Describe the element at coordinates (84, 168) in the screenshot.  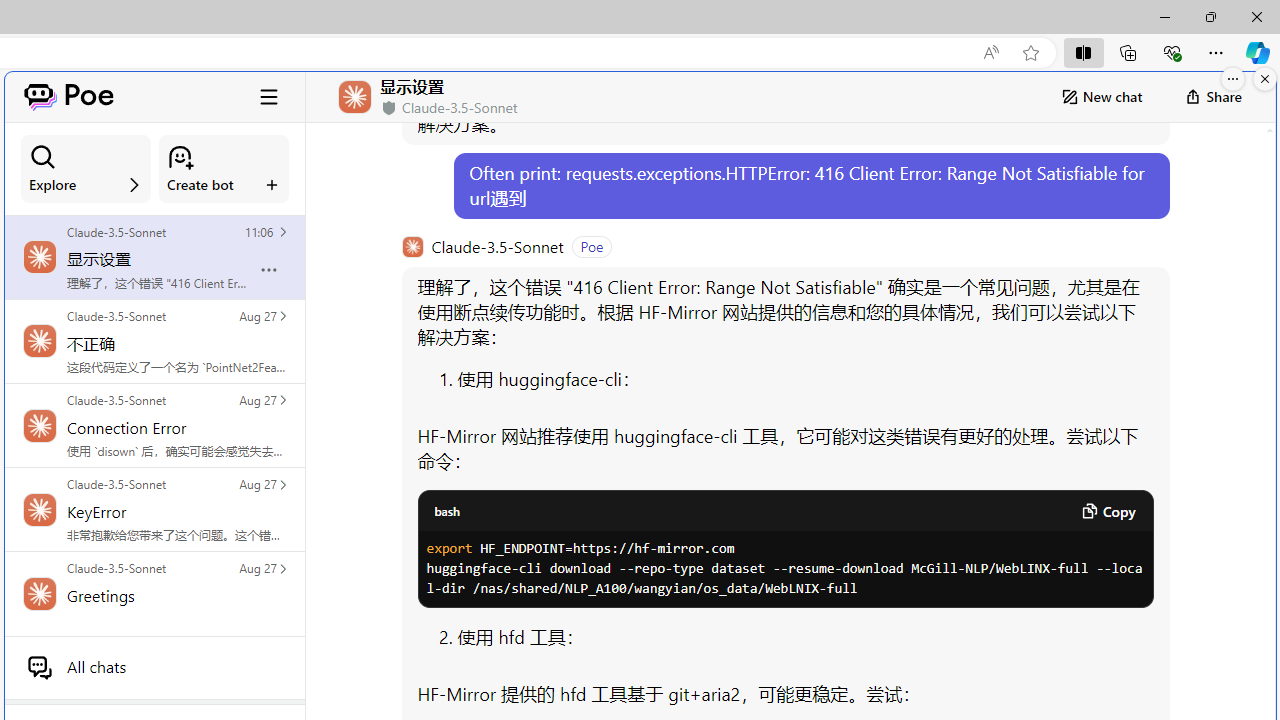
I see `'Explore'` at that location.